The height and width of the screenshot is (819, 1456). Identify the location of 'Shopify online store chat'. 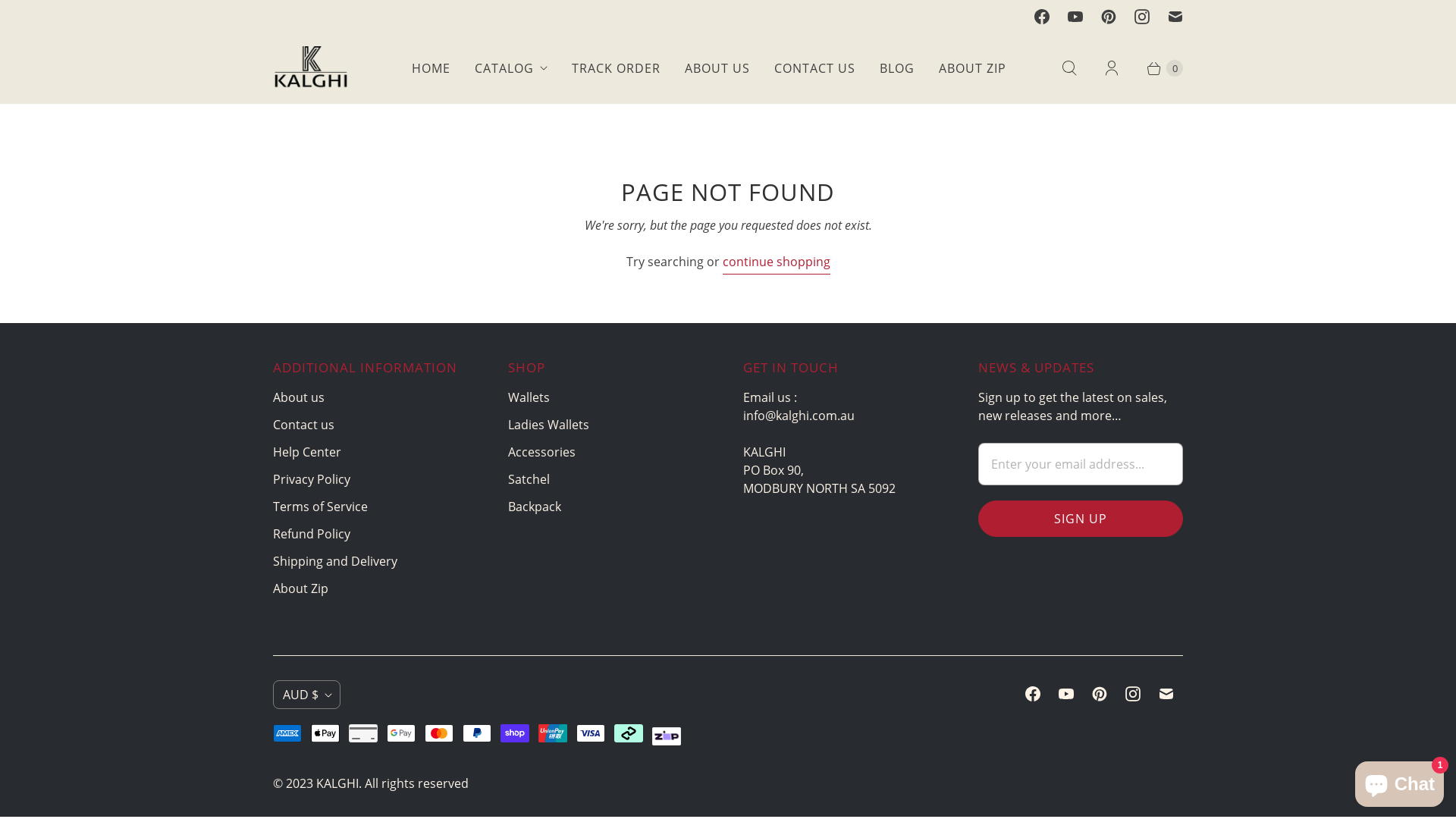
(1398, 780).